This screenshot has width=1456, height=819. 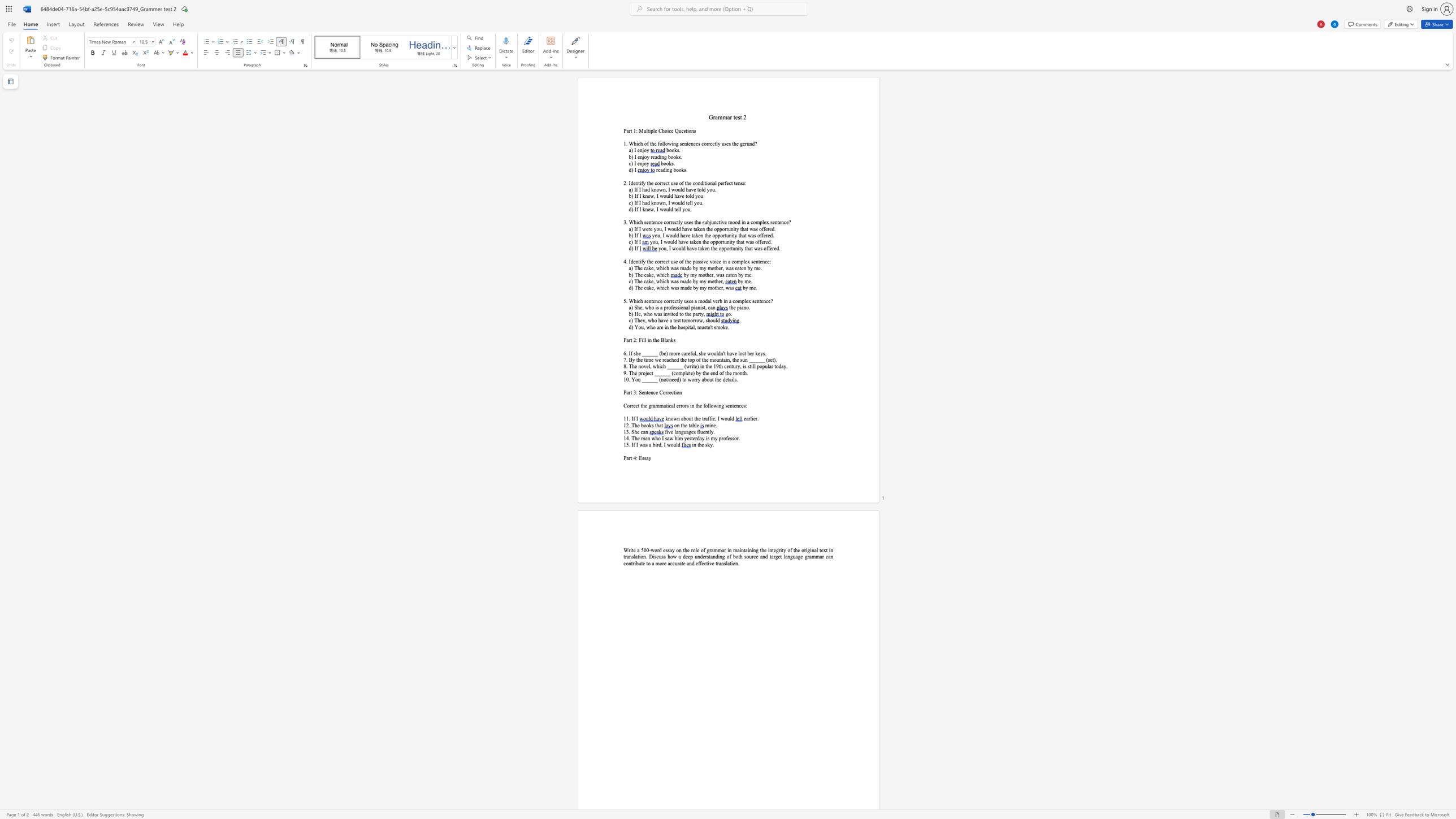 What do you see at coordinates (751, 549) in the screenshot?
I see `the space between the continuous character "n" and "i" in the text` at bounding box center [751, 549].